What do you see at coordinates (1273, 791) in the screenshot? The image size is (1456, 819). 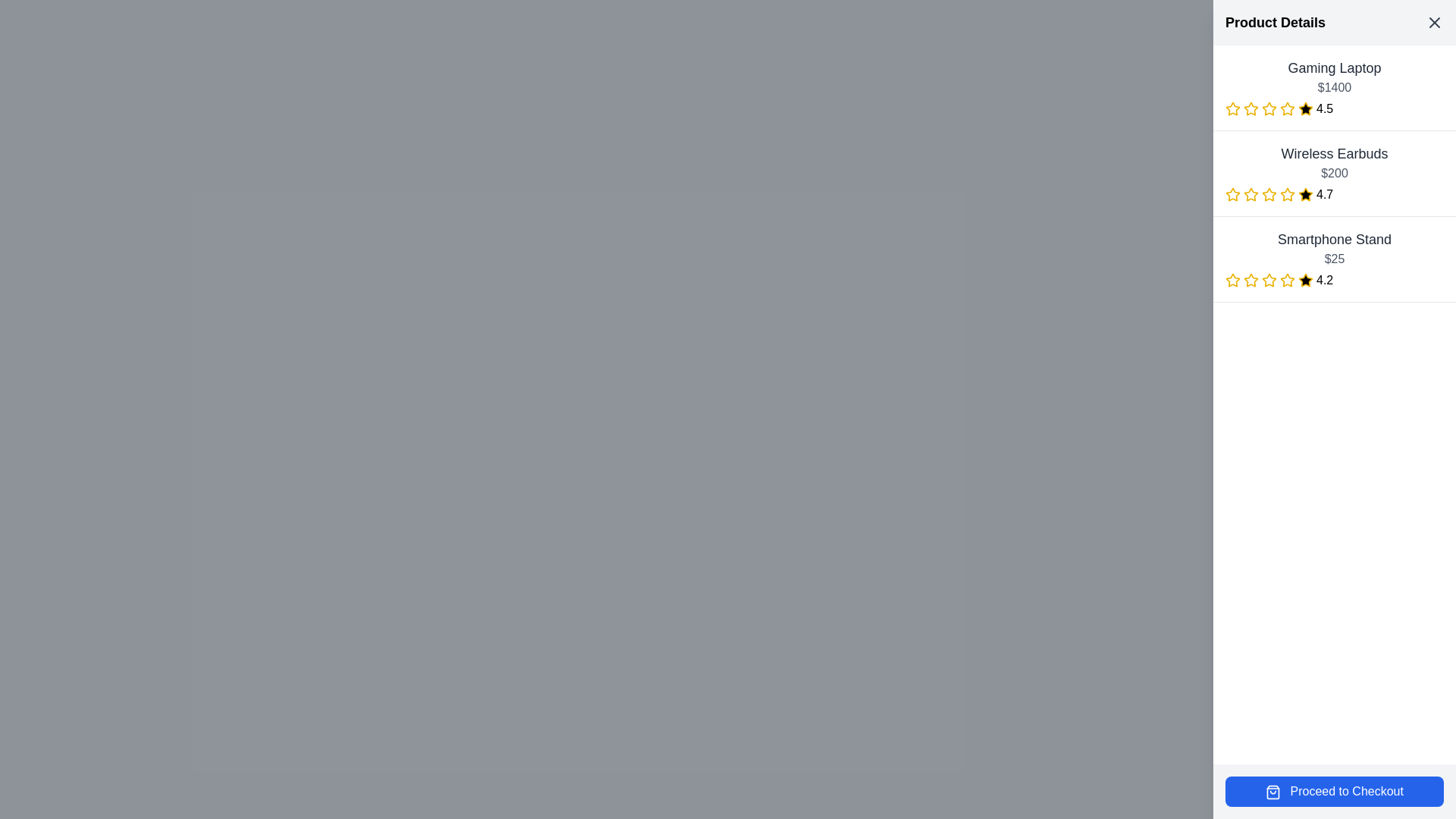 I see `the shopping bag icon located in the bottom-right corner of the user interface, which is part of the 'Proceed to Checkout' button` at bounding box center [1273, 791].